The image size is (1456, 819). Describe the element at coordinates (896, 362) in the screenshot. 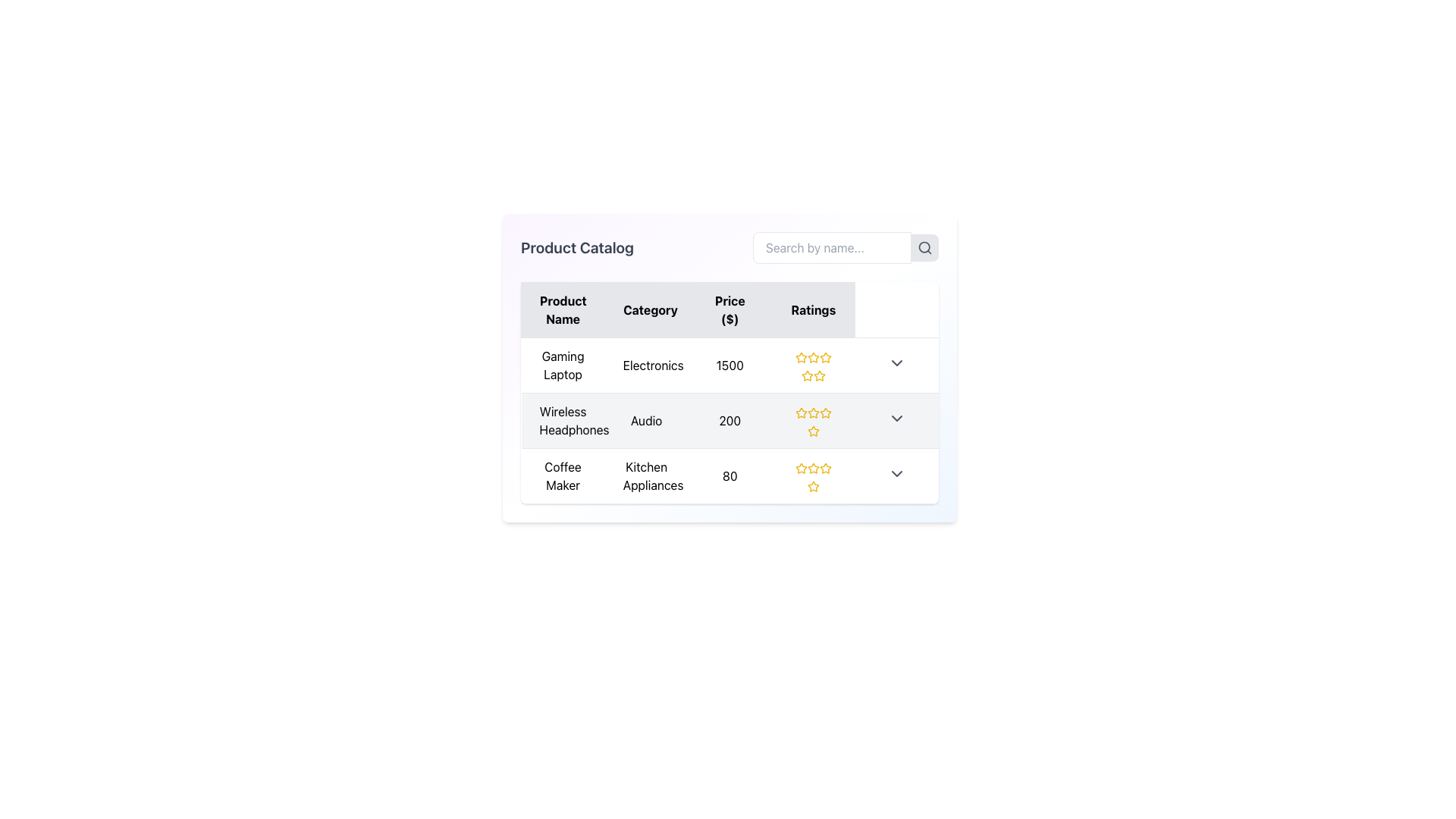

I see `the downward-facing chevron icon in the ratings column of the first row for the 'Gaming Laptop' product` at that location.